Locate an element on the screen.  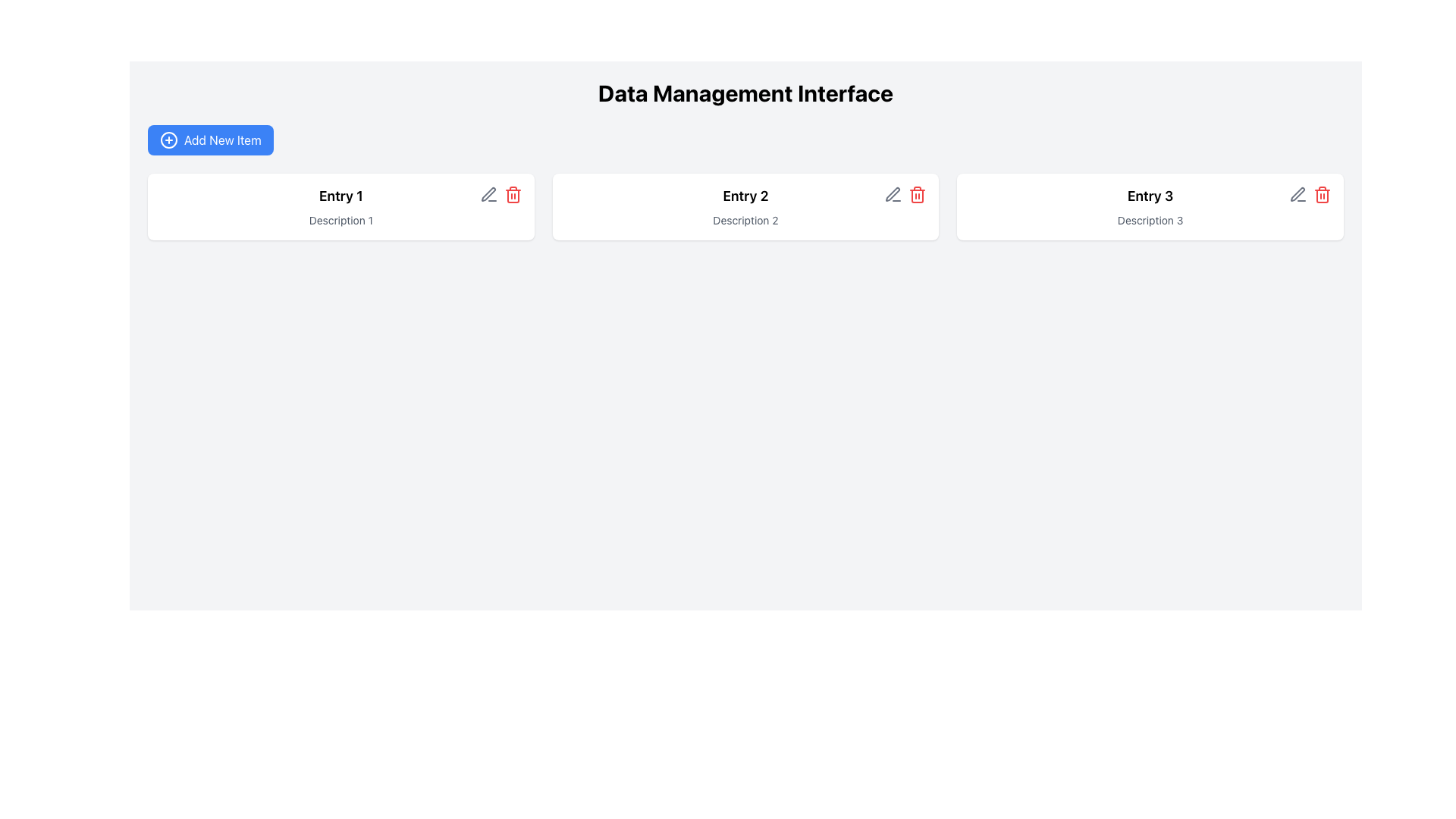
the SVG circle element that visually supports the 'Add New Item' button function, located in the top-left area of the interface is located at coordinates (168, 140).